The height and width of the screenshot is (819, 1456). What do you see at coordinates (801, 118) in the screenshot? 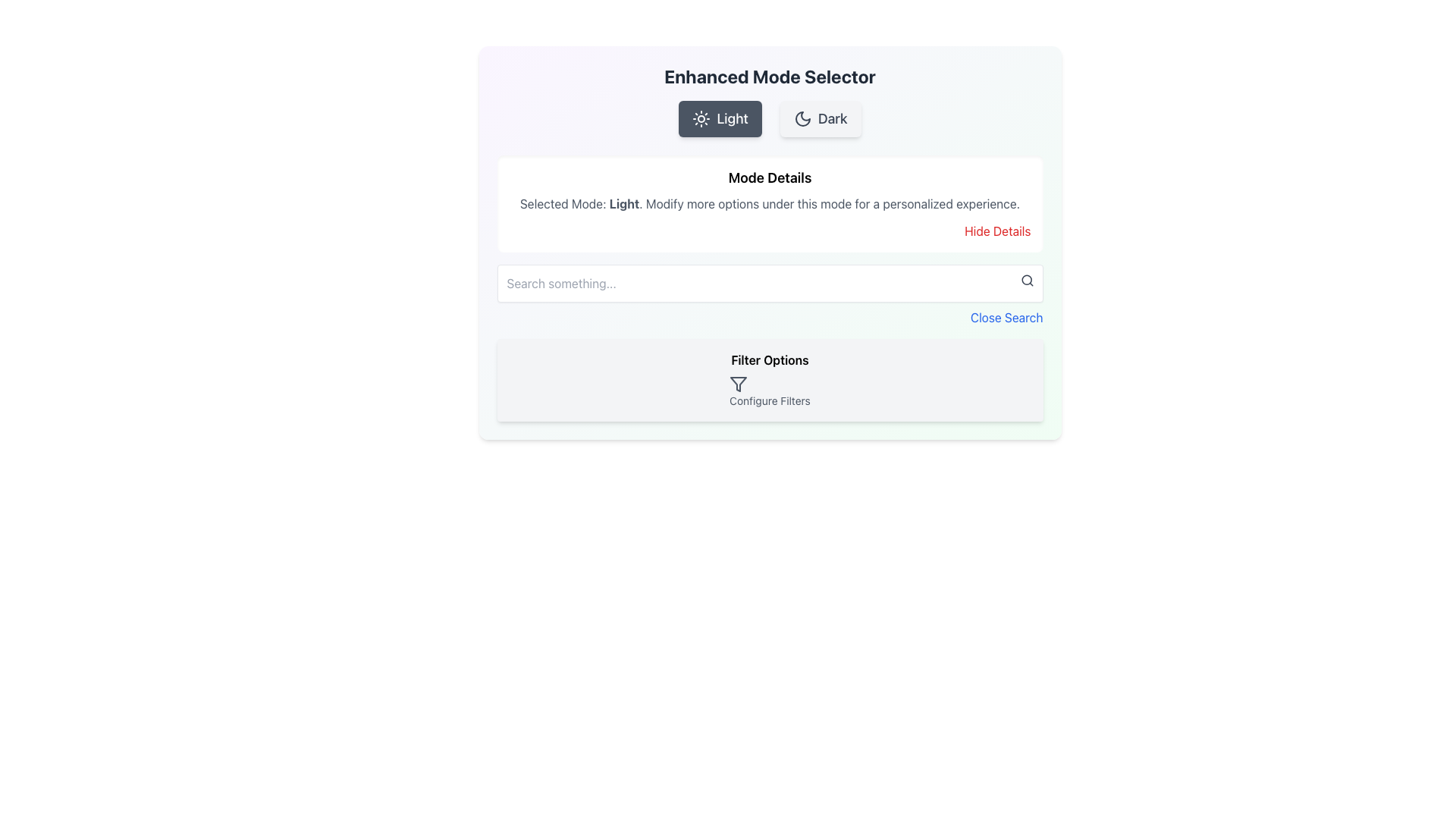
I see `the crescent moon icon located to the left of the 'Dark' label in the 'Enhanced Mode Selector' section` at bounding box center [801, 118].